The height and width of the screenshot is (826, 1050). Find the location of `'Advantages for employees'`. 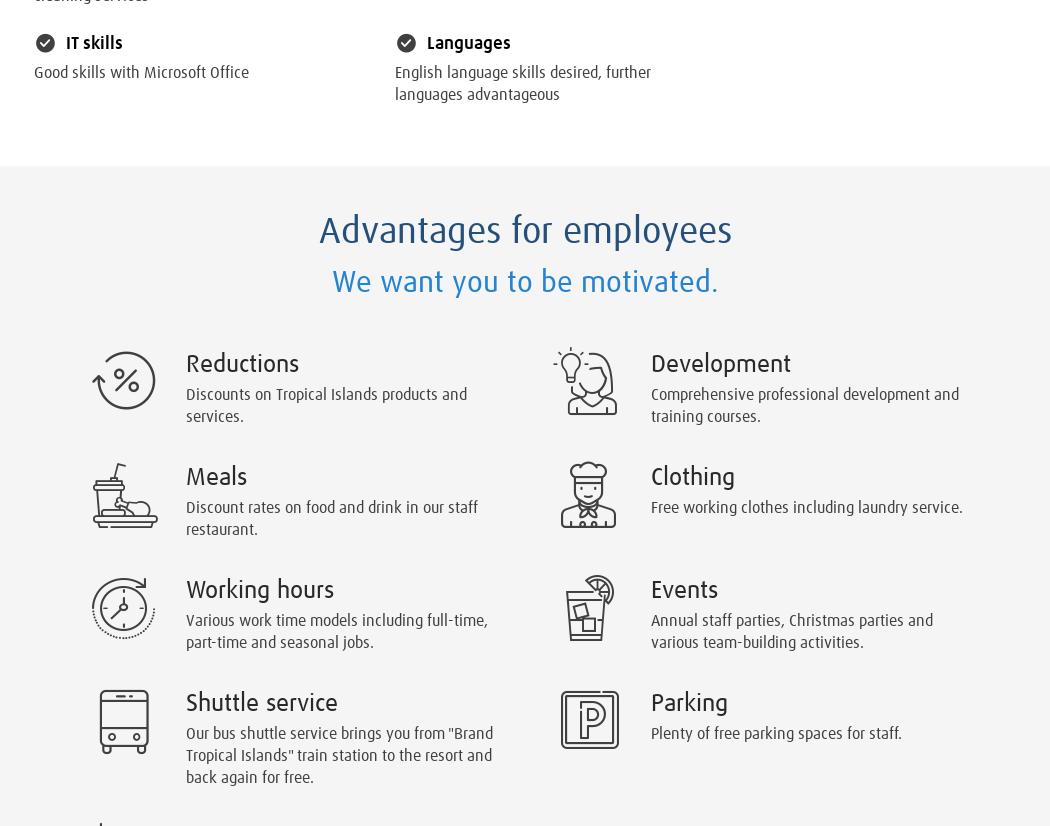

'Advantages for employees' is located at coordinates (523, 231).